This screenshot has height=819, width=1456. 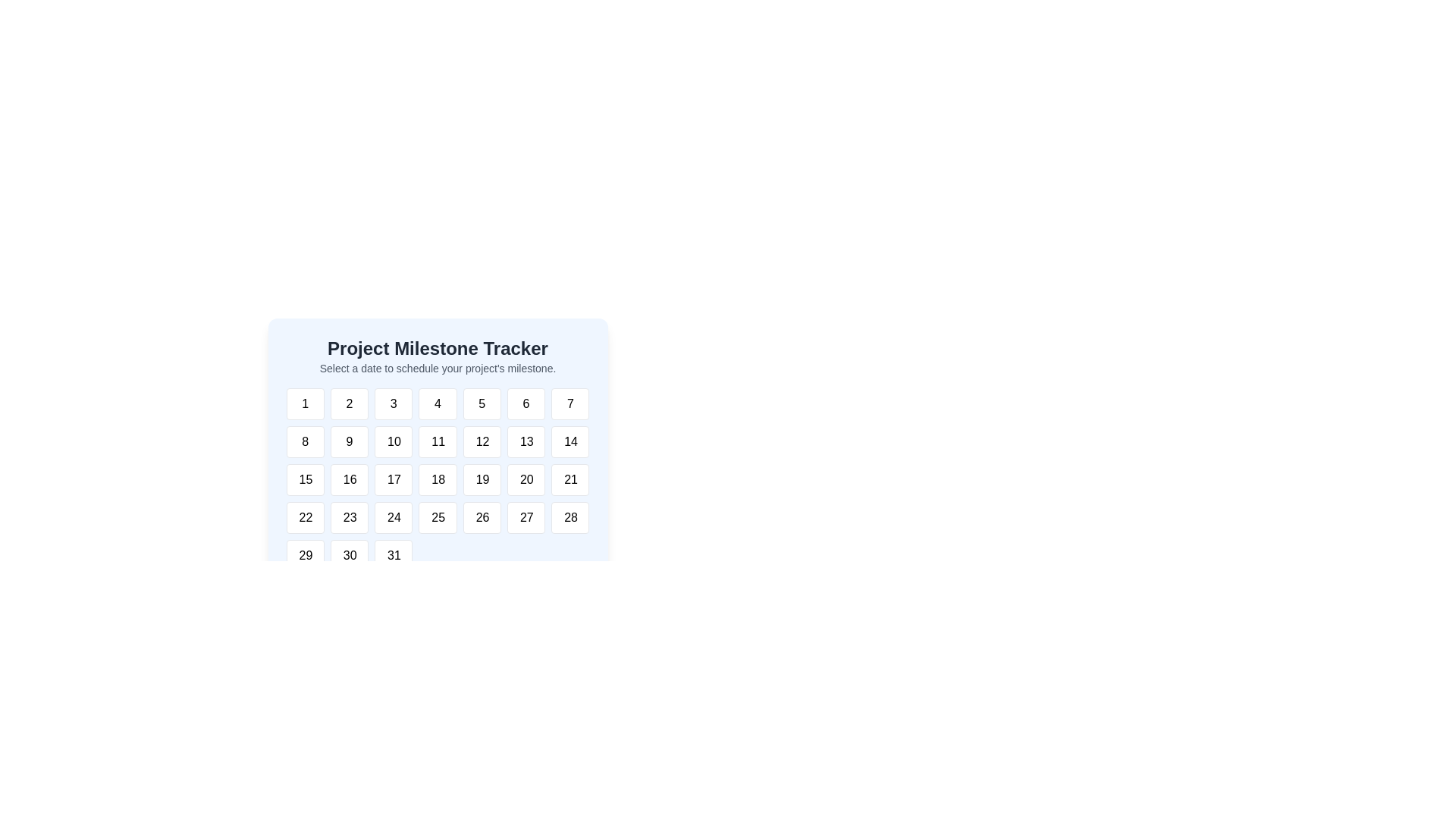 What do you see at coordinates (481, 479) in the screenshot?
I see `the rectangular button with rounded corners that has the text '19' centered within it` at bounding box center [481, 479].